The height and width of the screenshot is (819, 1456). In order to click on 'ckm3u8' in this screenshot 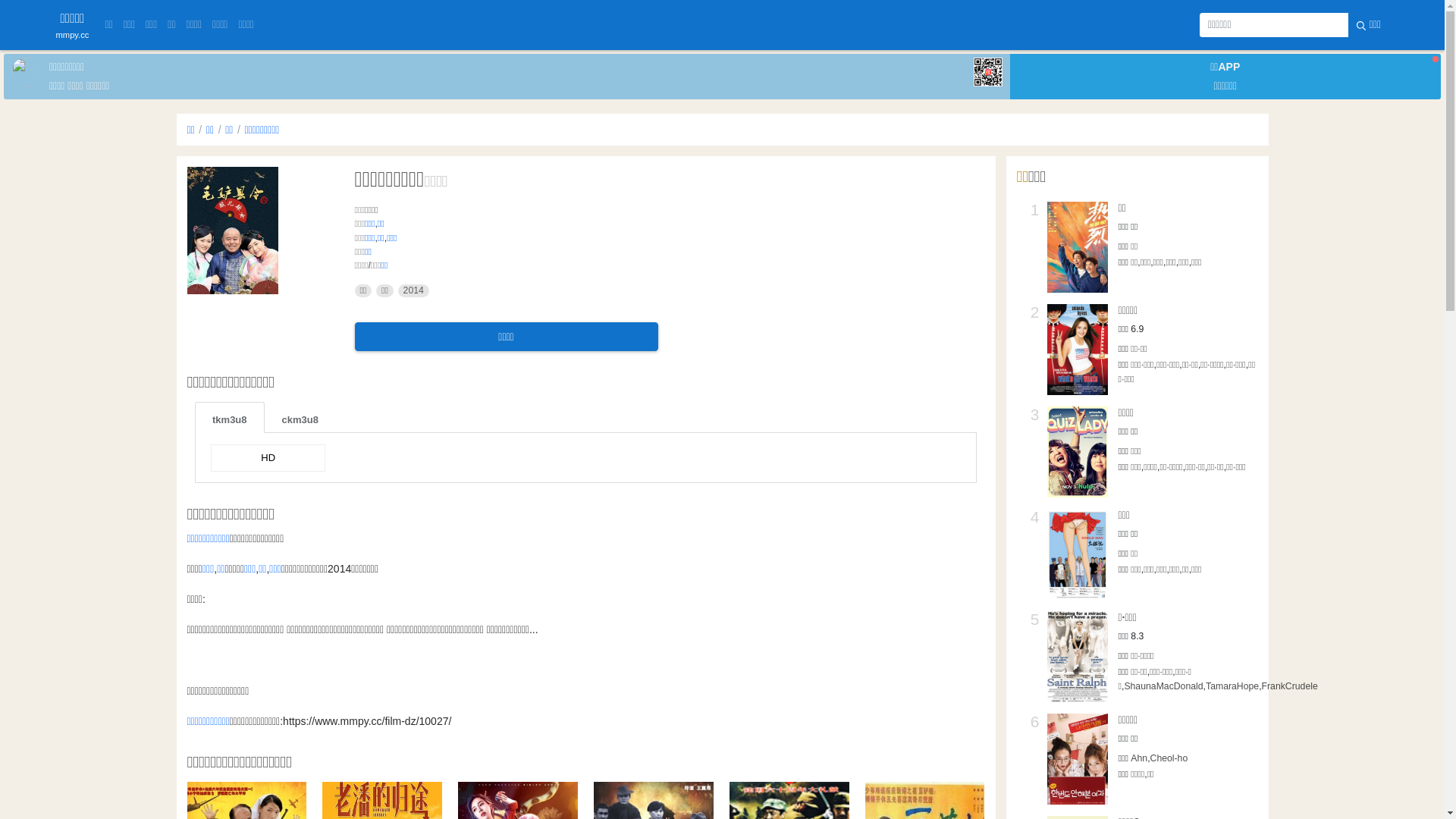, I will do `click(300, 417)`.